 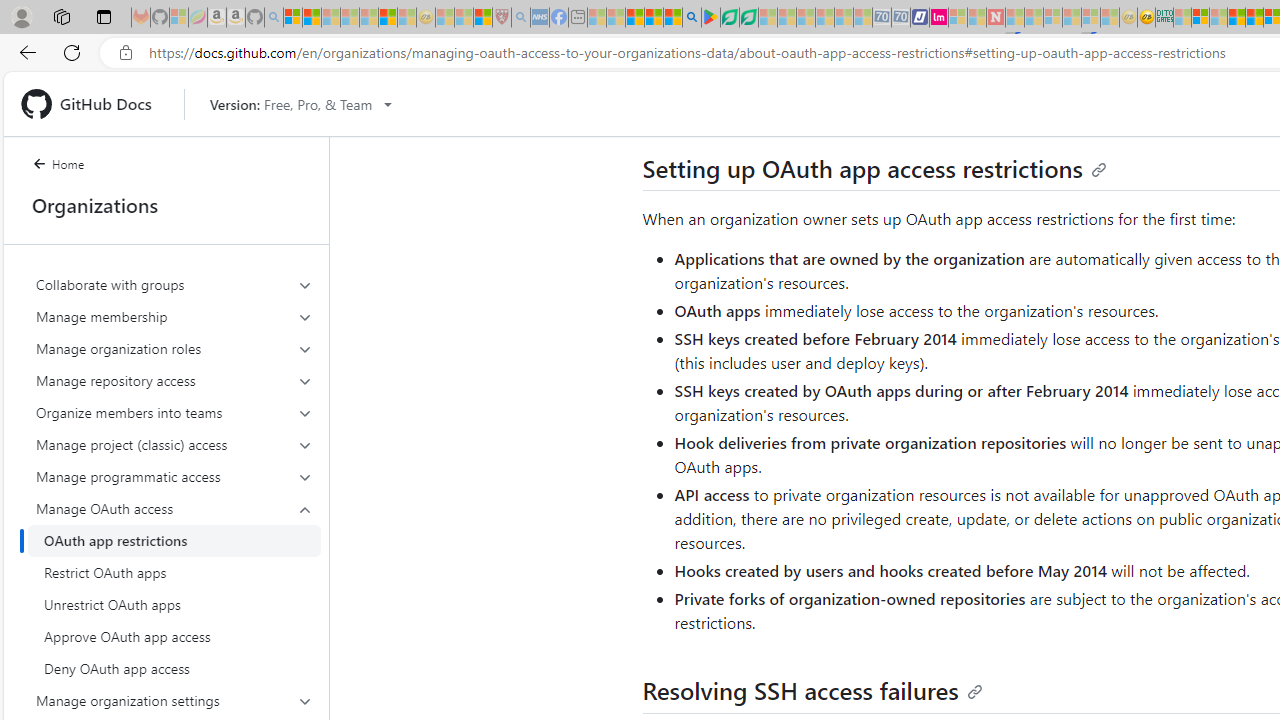 I want to click on 'OAuth app restrictions', so click(x=174, y=541).